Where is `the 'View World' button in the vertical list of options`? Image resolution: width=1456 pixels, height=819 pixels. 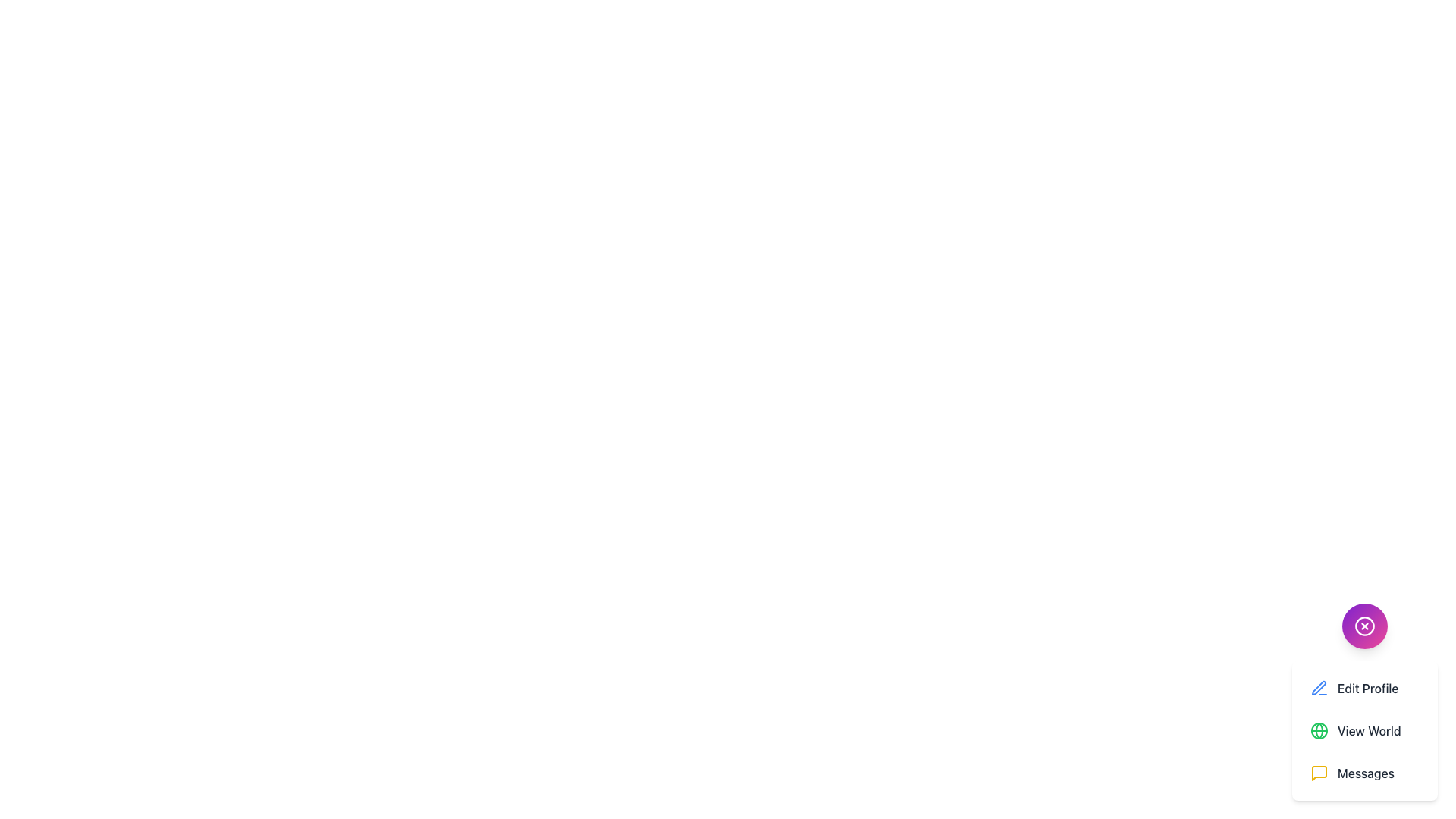
the 'View World' button in the vertical list of options is located at coordinates (1365, 730).